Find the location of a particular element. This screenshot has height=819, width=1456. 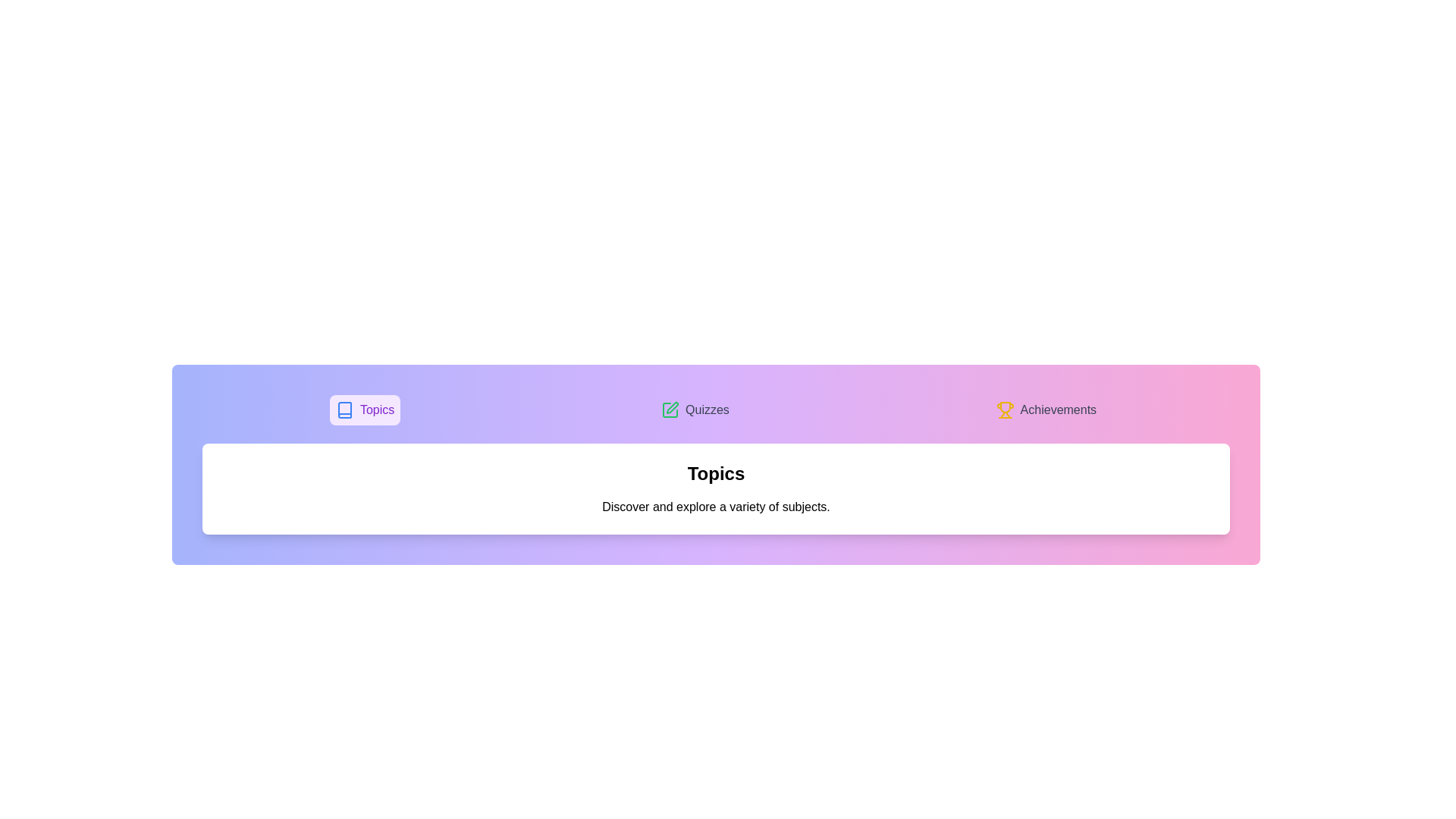

the Achievements tab to switch the active content view is located at coordinates (1045, 409).